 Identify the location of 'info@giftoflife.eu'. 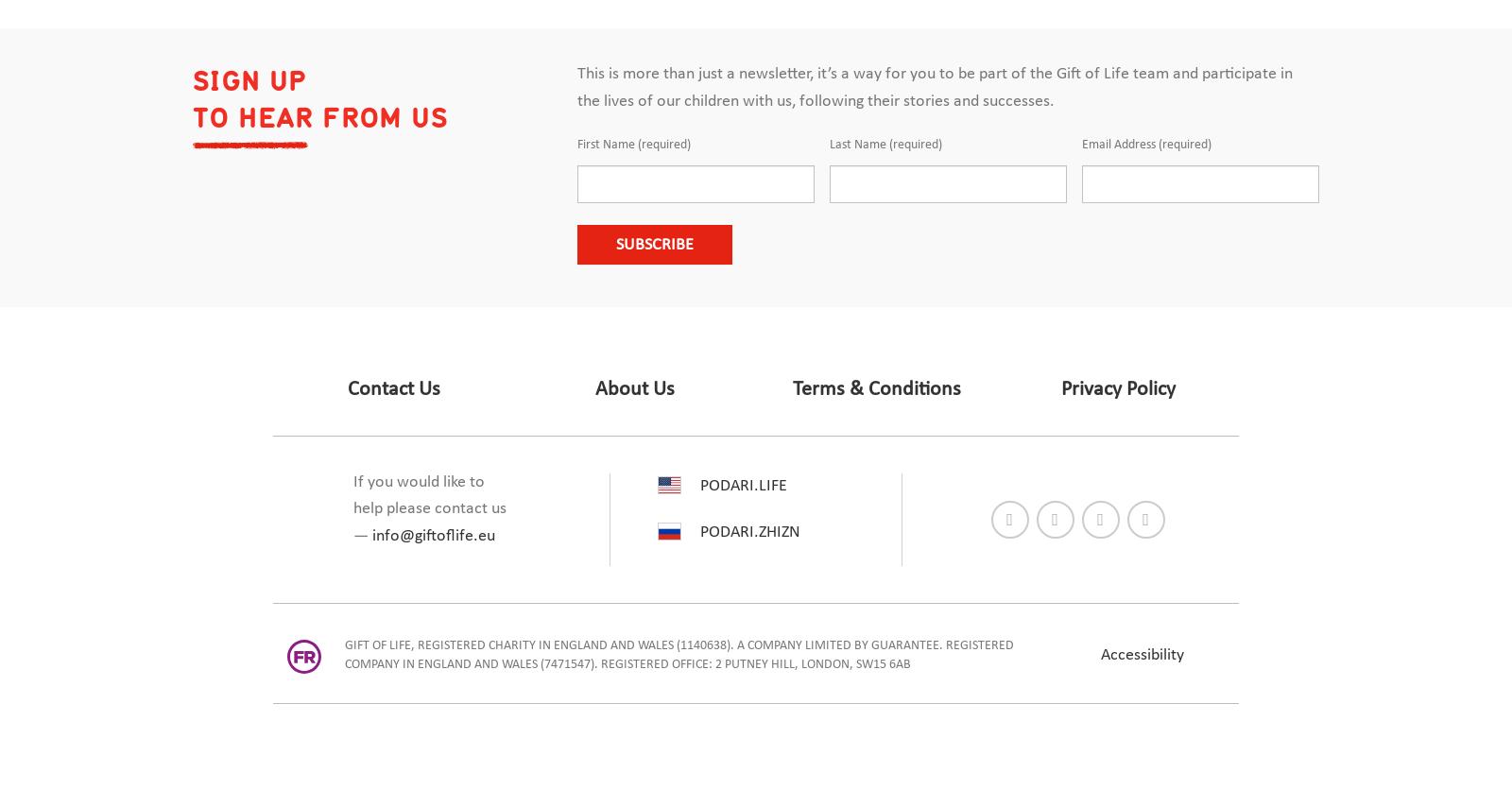
(433, 535).